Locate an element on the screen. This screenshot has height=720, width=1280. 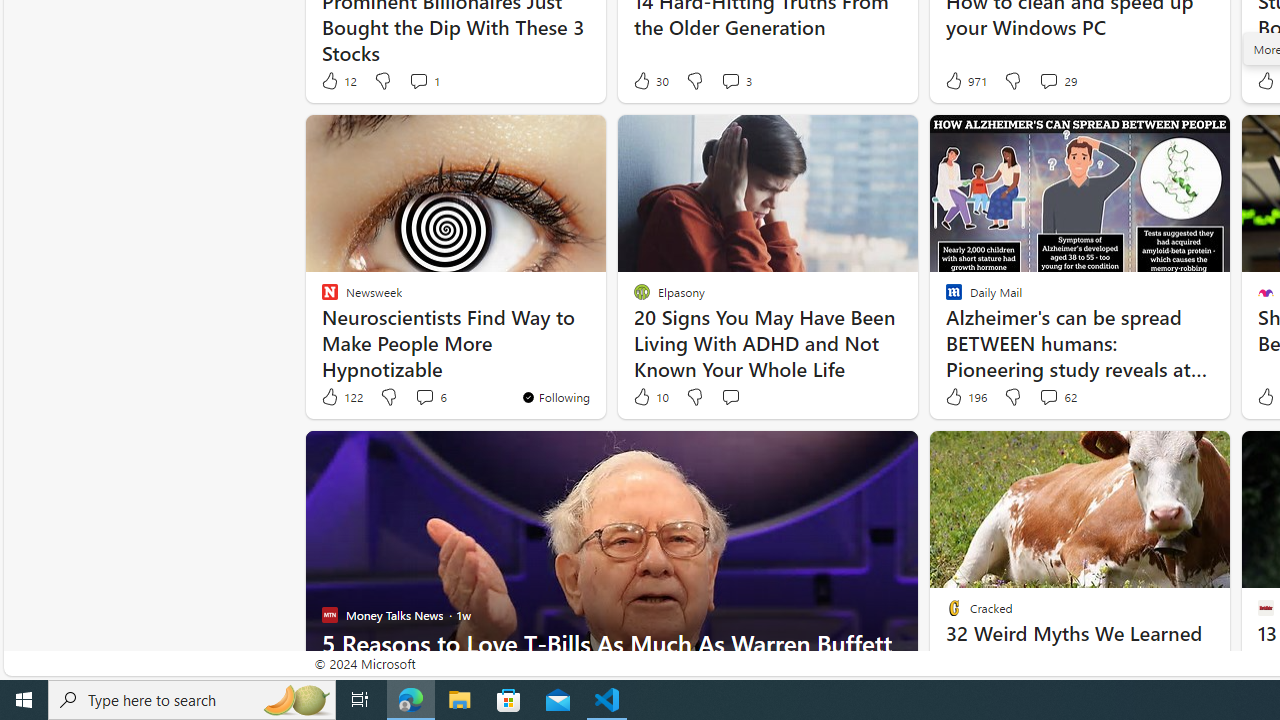
'196 Like' is located at coordinates (964, 397).